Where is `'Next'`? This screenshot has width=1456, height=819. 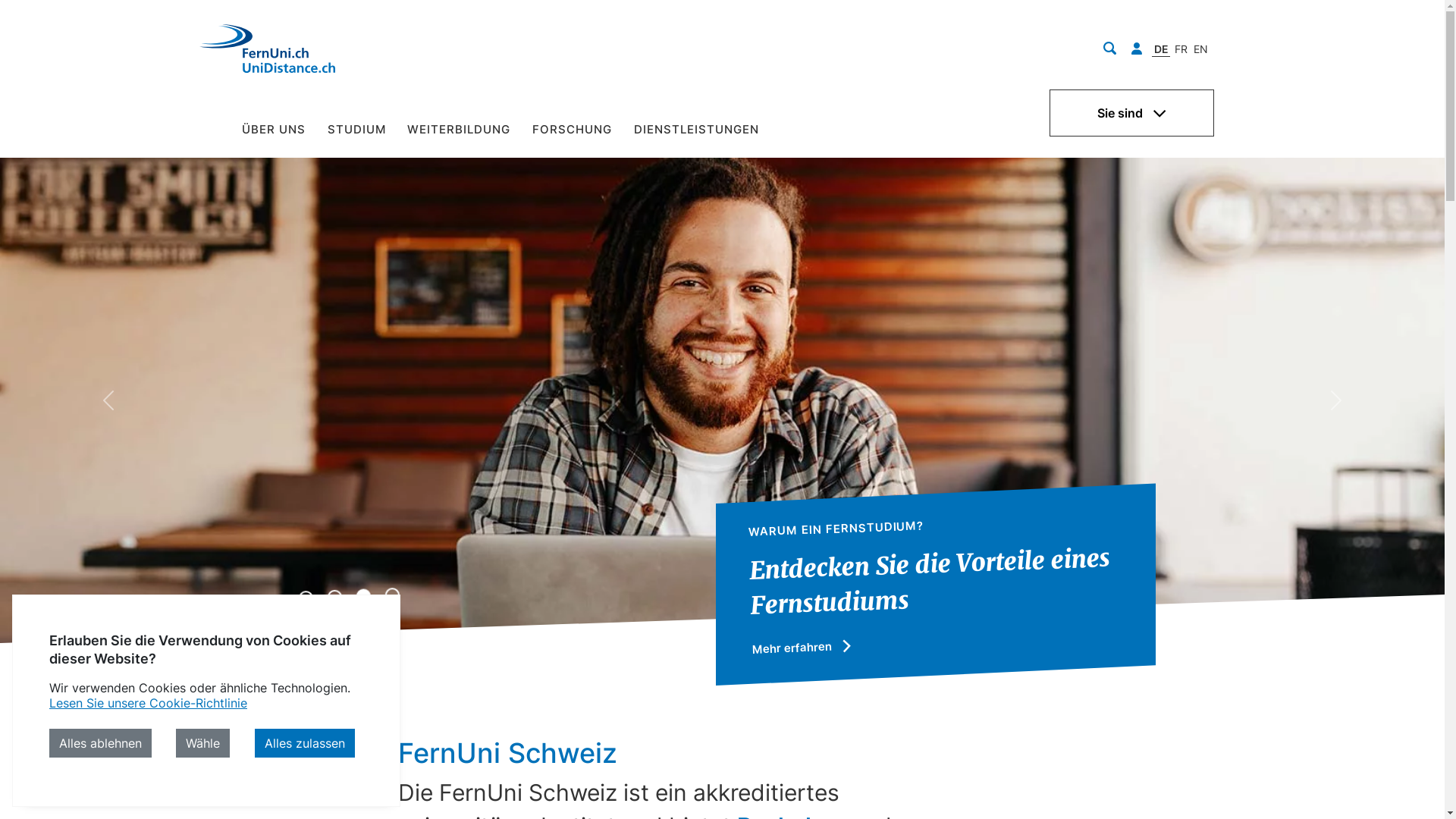 'Next' is located at coordinates (1335, 400).